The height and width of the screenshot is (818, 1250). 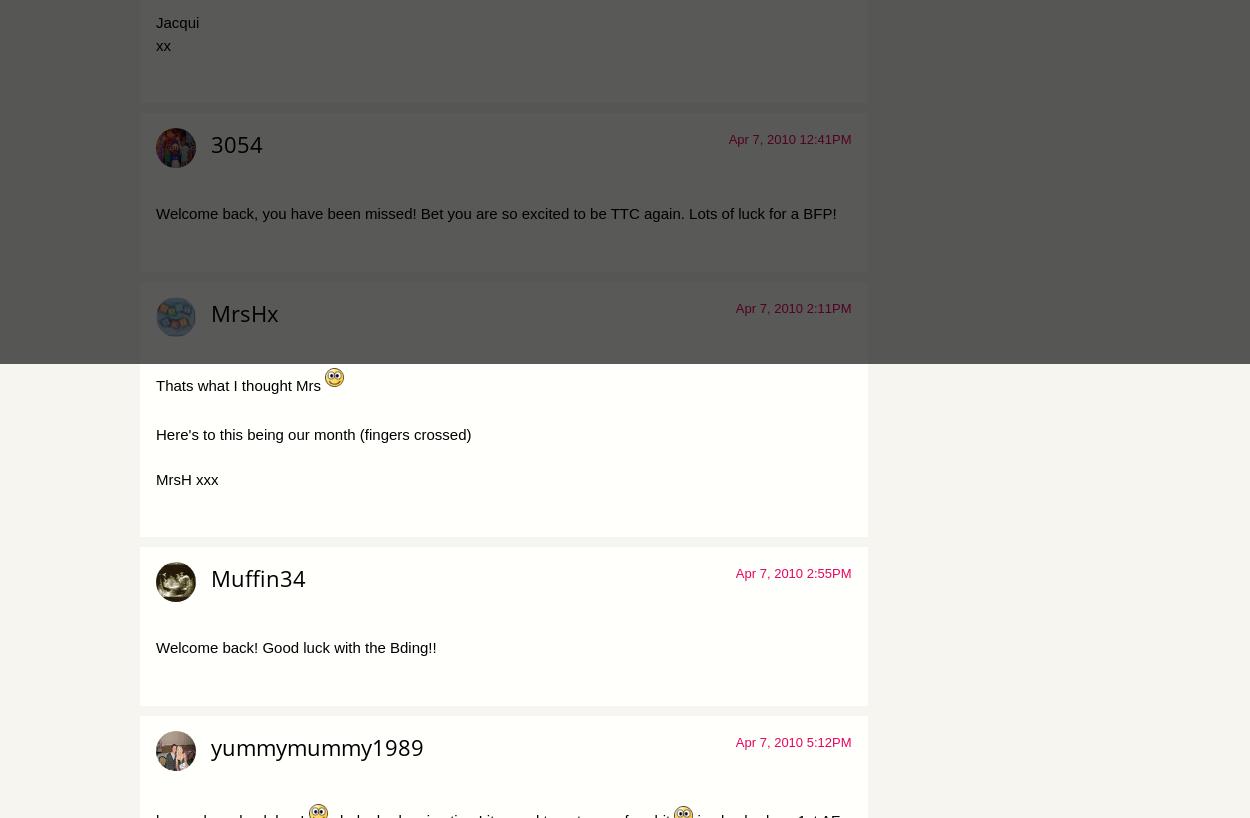 I want to click on 'Here's to this being our month (fingers crossed)', so click(x=312, y=432).